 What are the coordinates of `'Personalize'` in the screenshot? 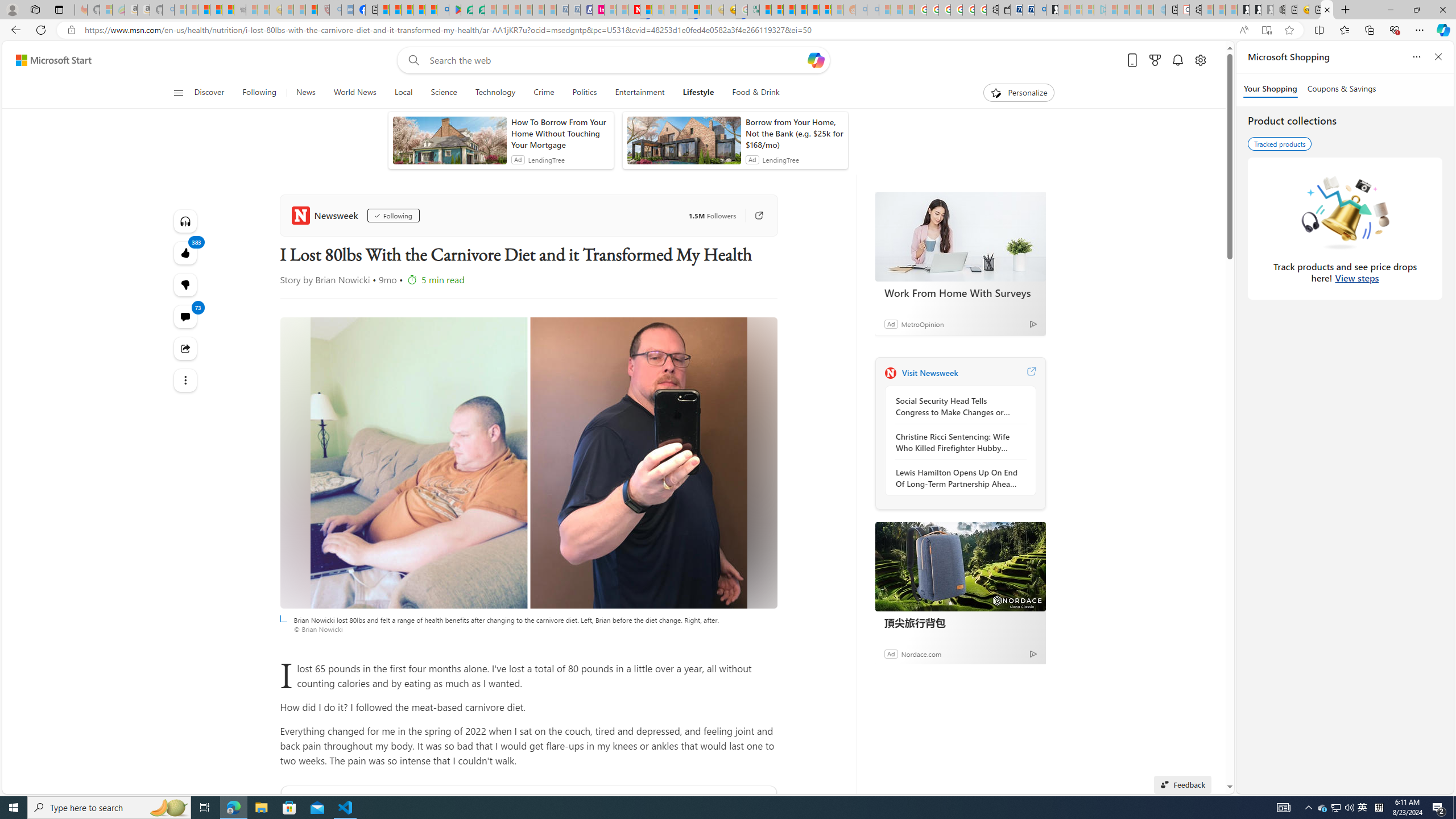 It's located at (1019, 92).